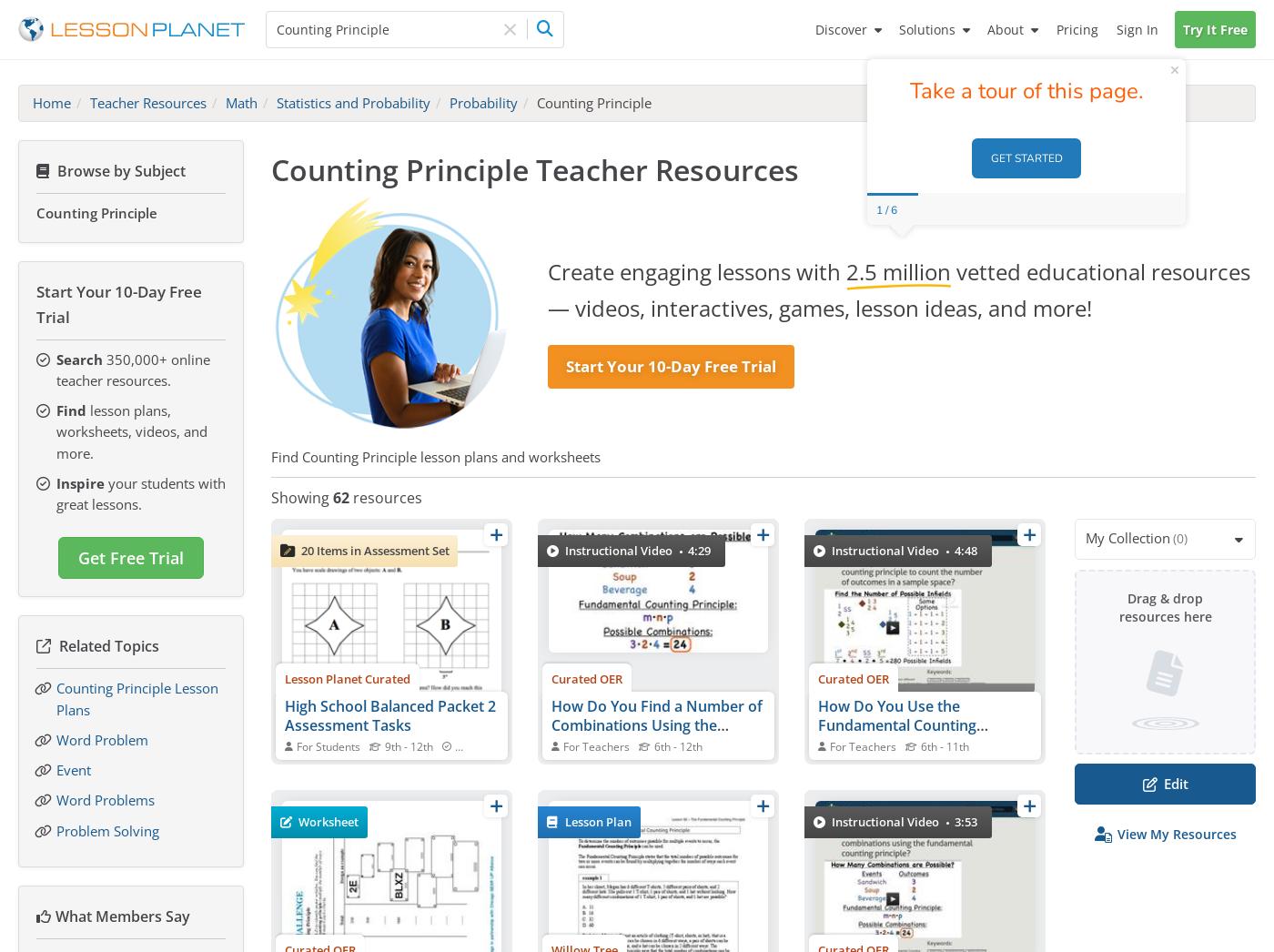 The width and height of the screenshot is (1274, 952). I want to click on 'resources', so click(386, 496).